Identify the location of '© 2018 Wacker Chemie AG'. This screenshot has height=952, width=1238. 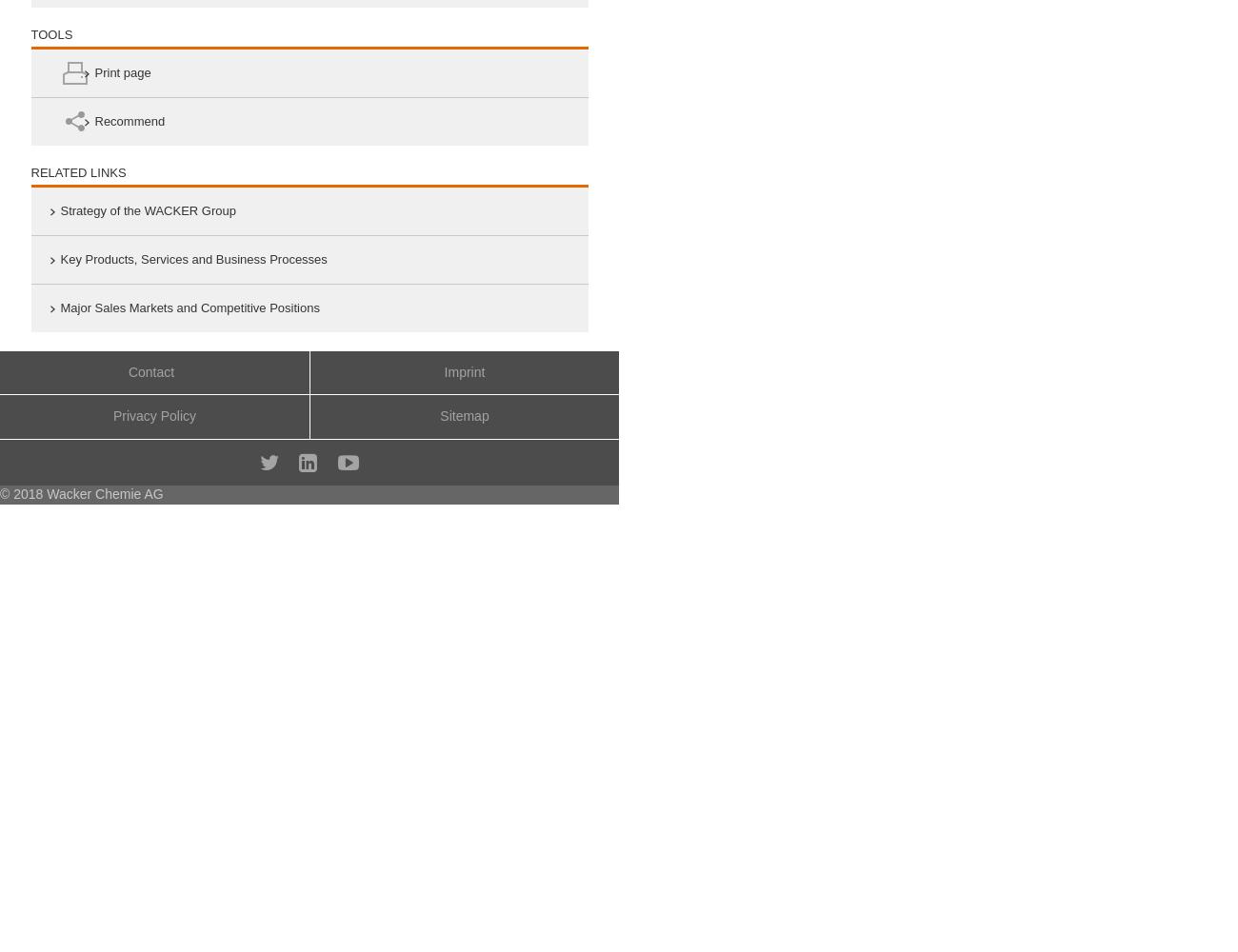
(81, 493).